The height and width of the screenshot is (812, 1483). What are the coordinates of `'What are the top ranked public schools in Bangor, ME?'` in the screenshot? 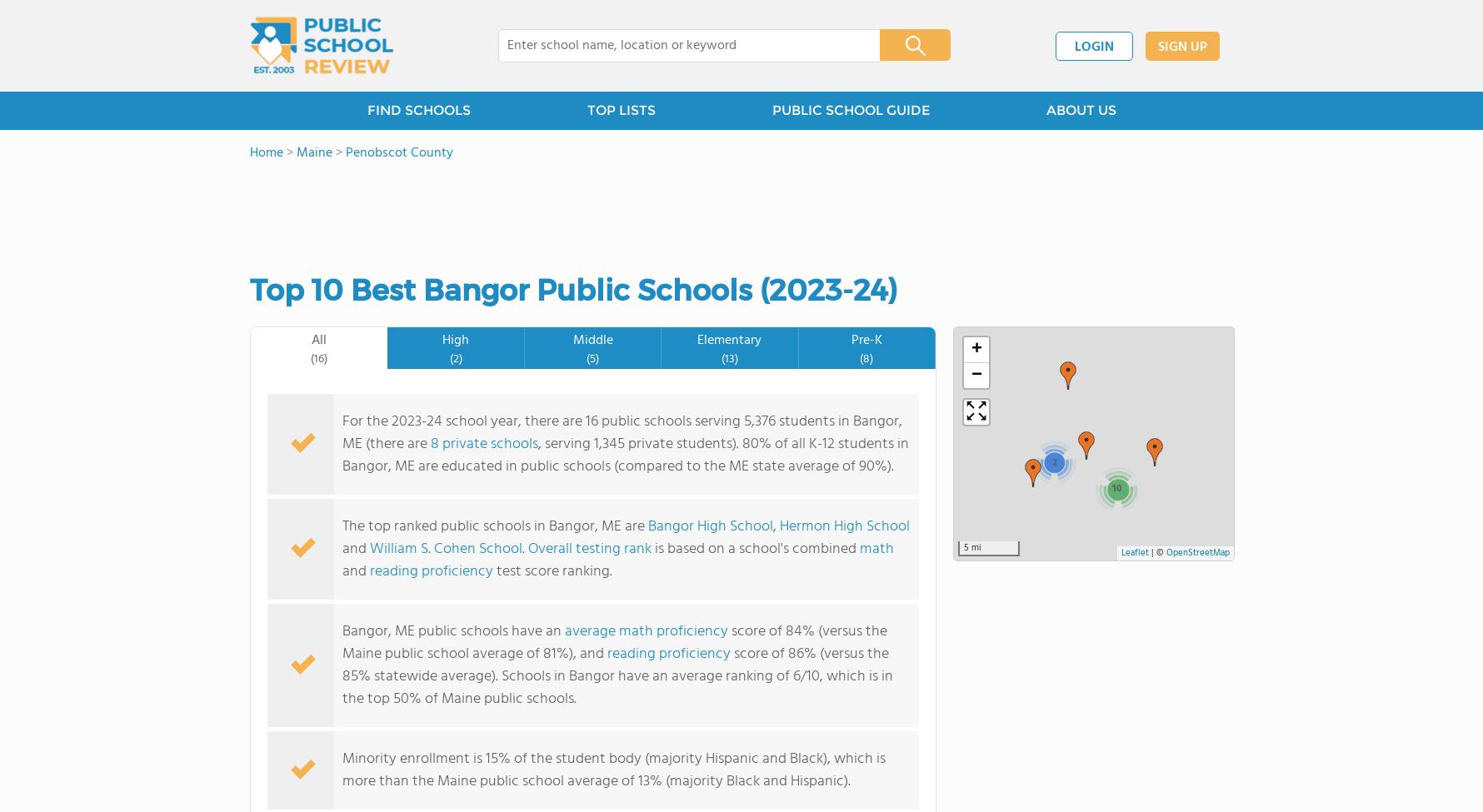 It's located at (284, 541).